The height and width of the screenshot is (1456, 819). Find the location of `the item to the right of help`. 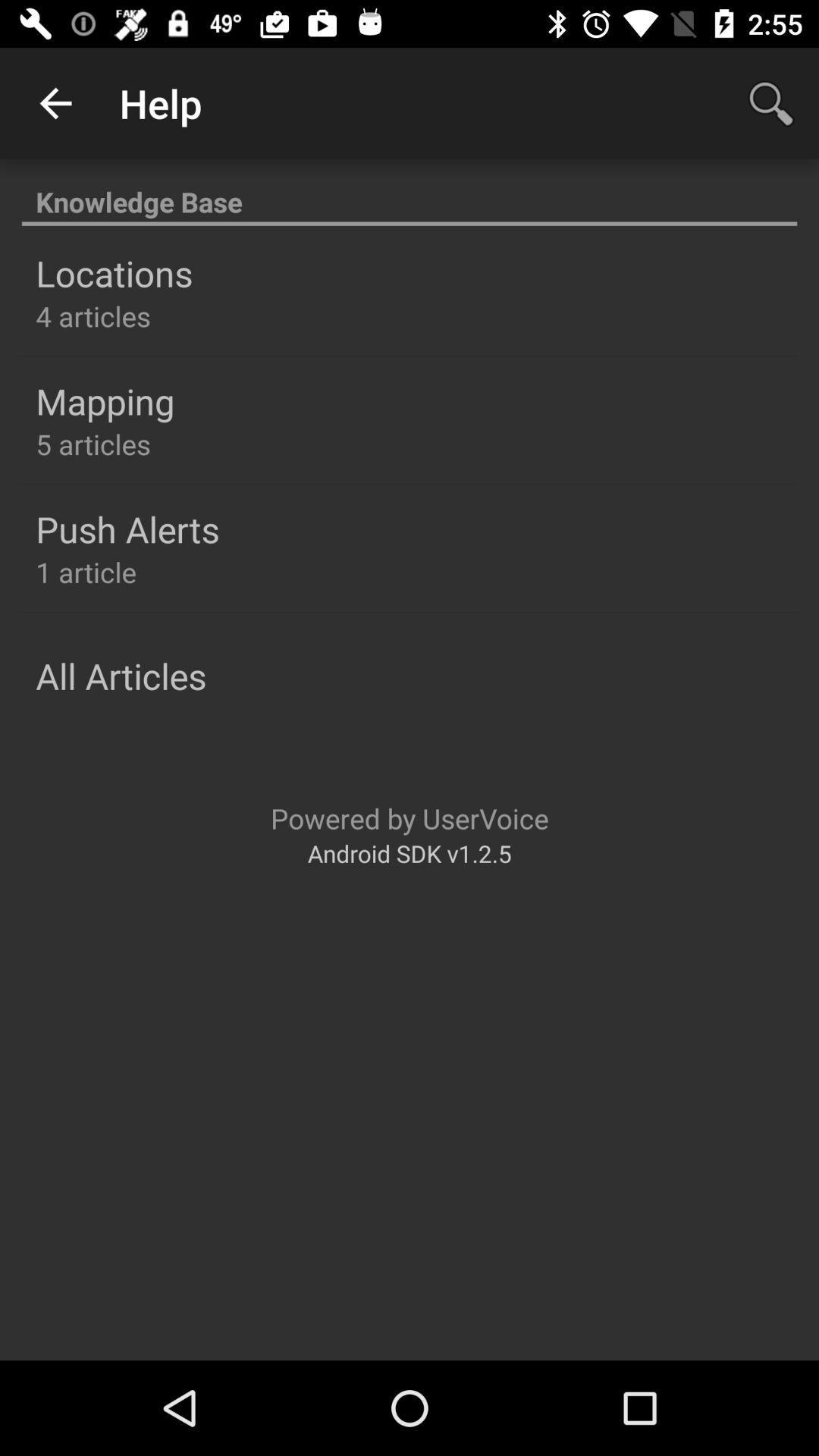

the item to the right of help is located at coordinates (771, 102).